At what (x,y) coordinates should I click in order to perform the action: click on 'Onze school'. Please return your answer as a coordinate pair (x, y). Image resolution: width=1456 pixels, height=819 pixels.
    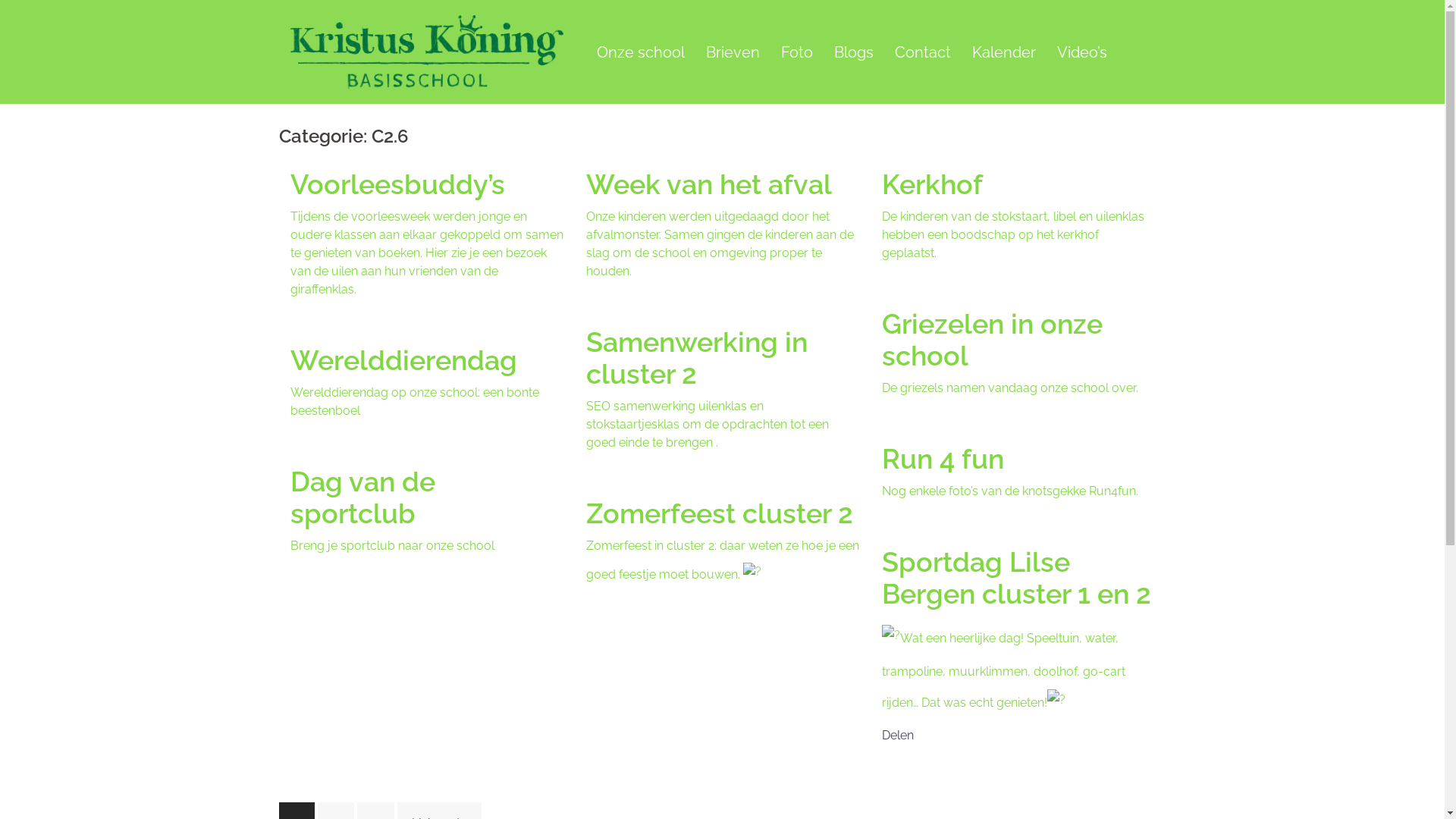
    Looking at the image, I should click on (640, 52).